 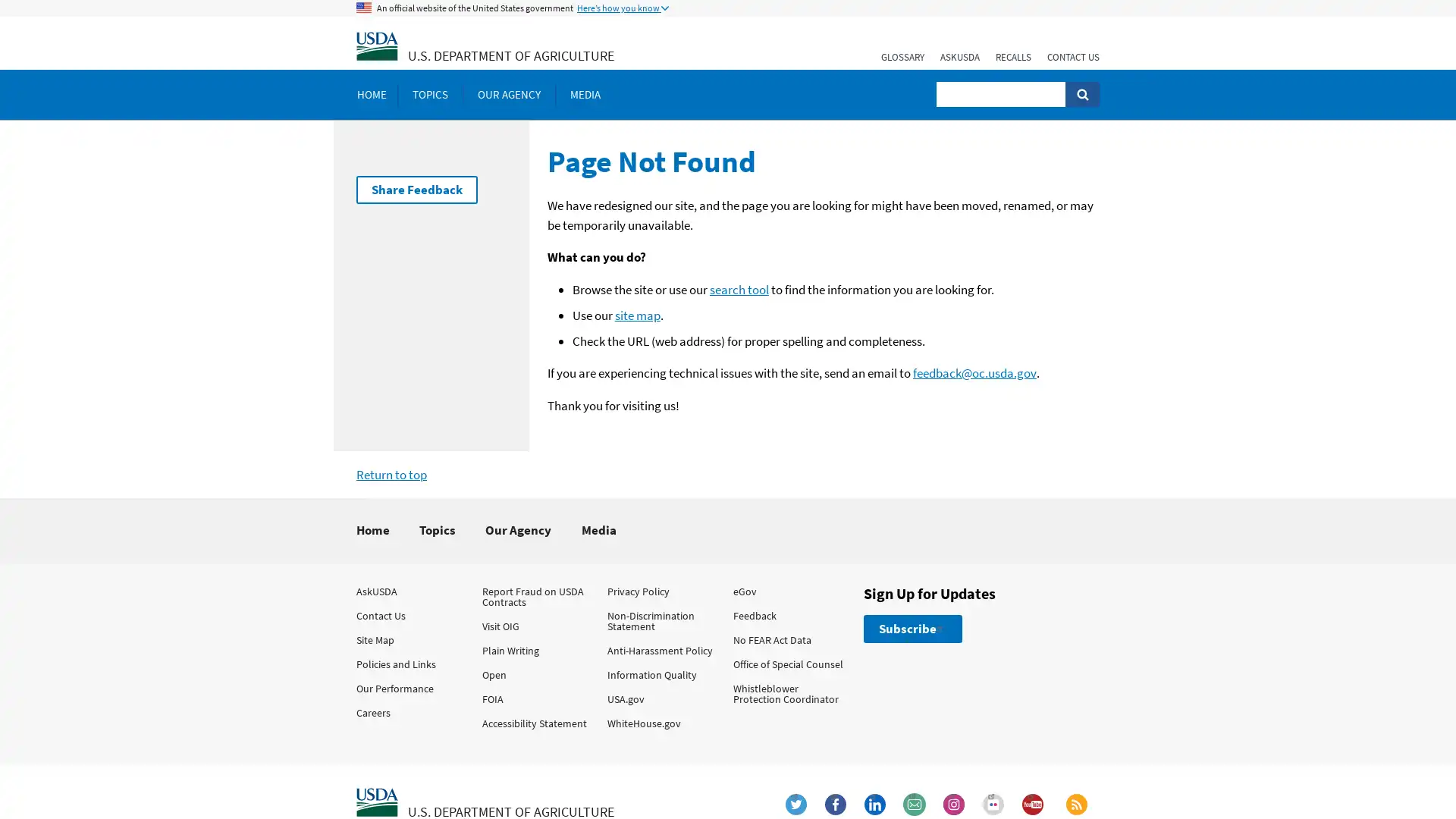 What do you see at coordinates (509, 94) in the screenshot?
I see `OUR AGENCY` at bounding box center [509, 94].